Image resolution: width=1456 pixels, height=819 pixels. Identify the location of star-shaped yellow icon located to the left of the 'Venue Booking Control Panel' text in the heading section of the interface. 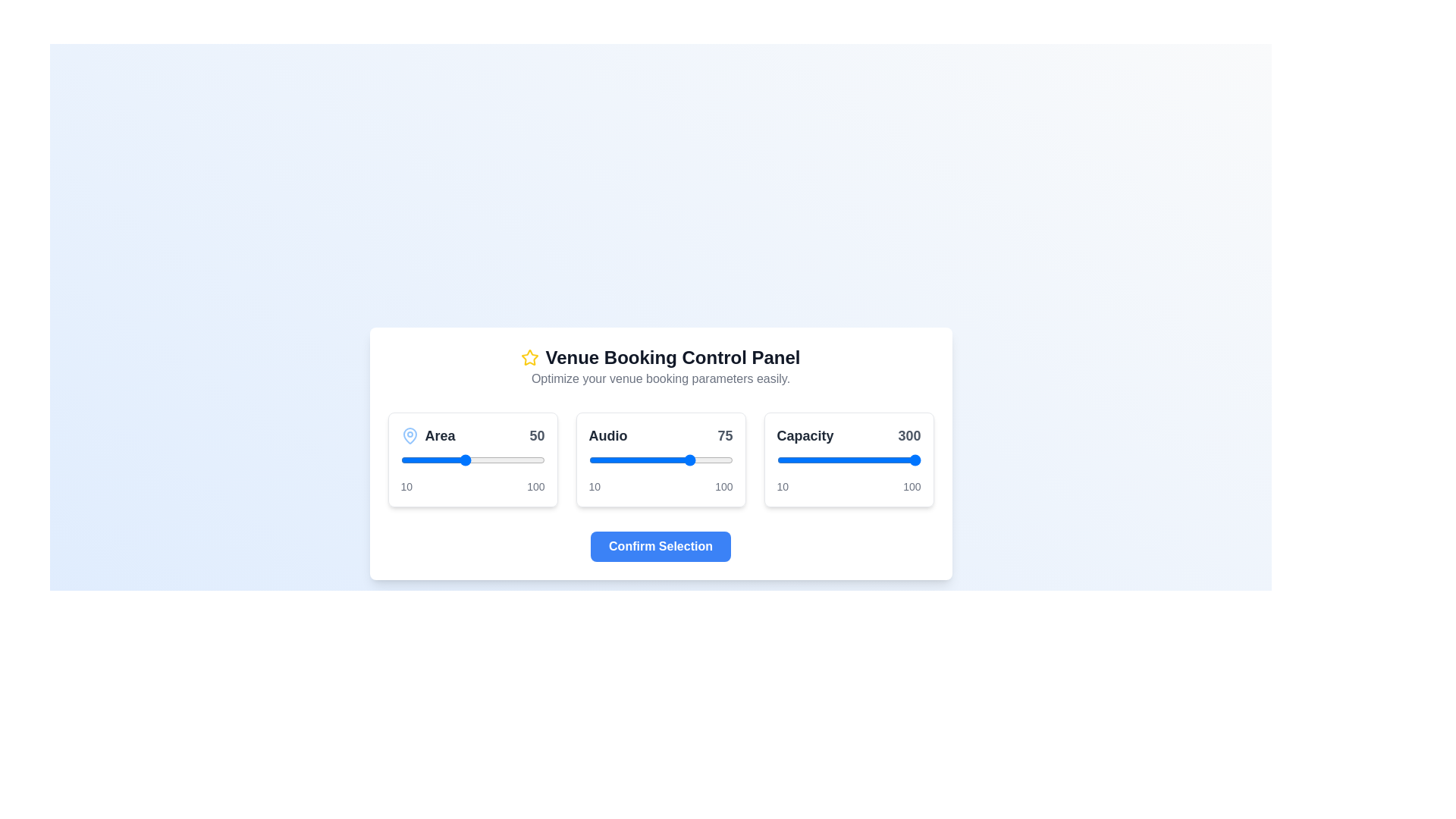
(530, 357).